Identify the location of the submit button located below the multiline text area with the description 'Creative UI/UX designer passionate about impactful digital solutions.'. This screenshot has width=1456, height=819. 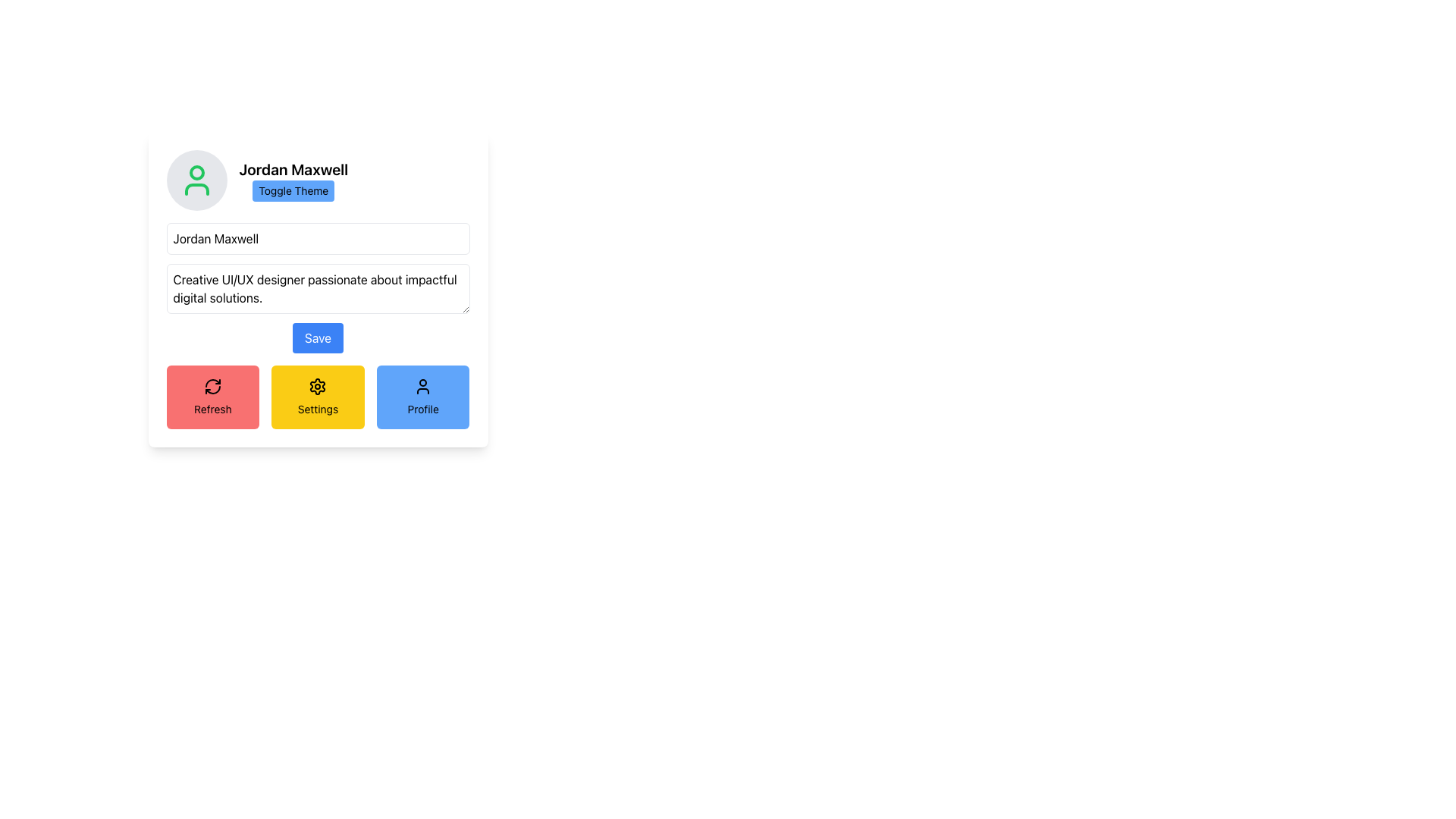
(317, 337).